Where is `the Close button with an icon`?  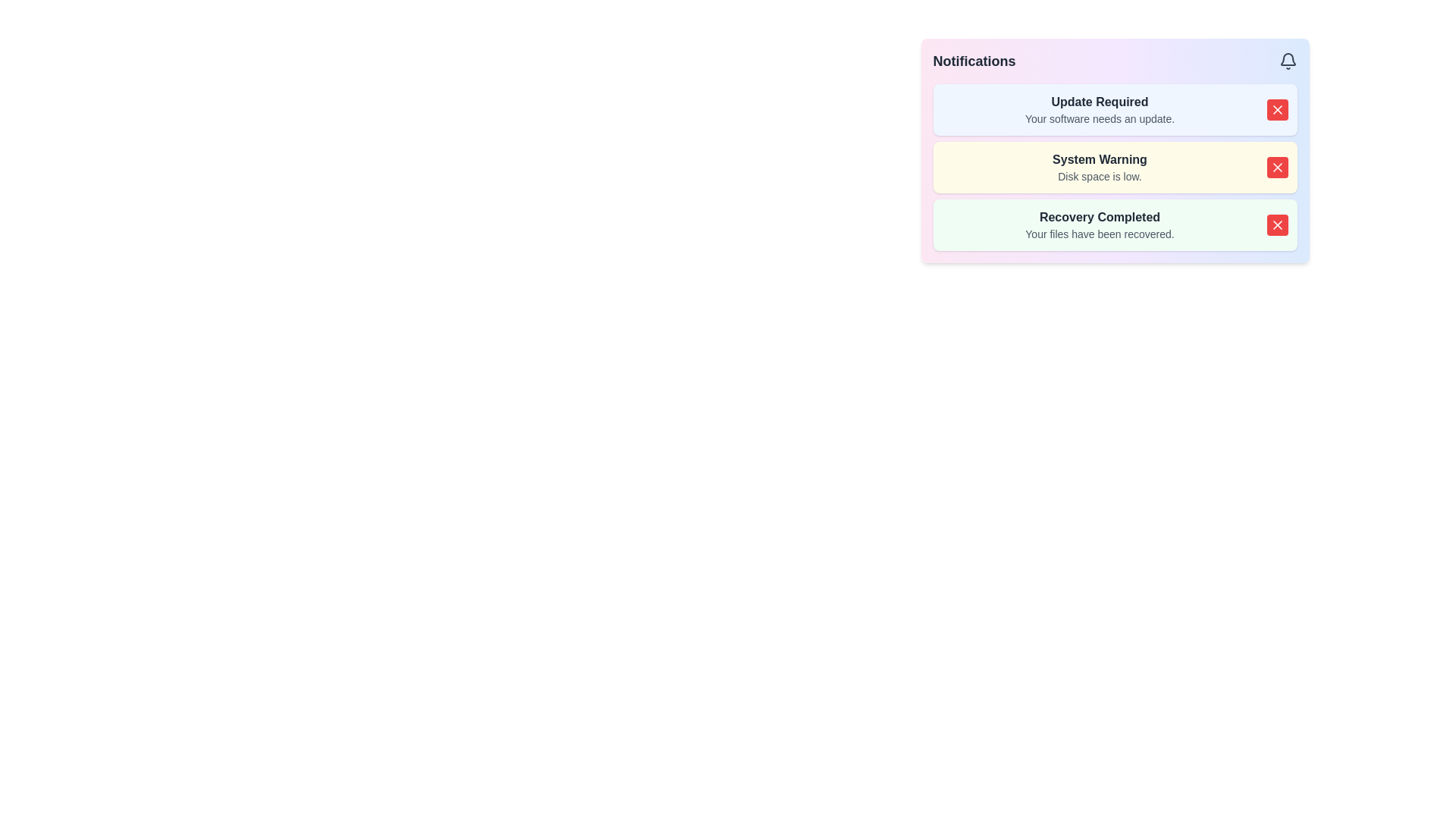 the Close button with an icon is located at coordinates (1276, 109).